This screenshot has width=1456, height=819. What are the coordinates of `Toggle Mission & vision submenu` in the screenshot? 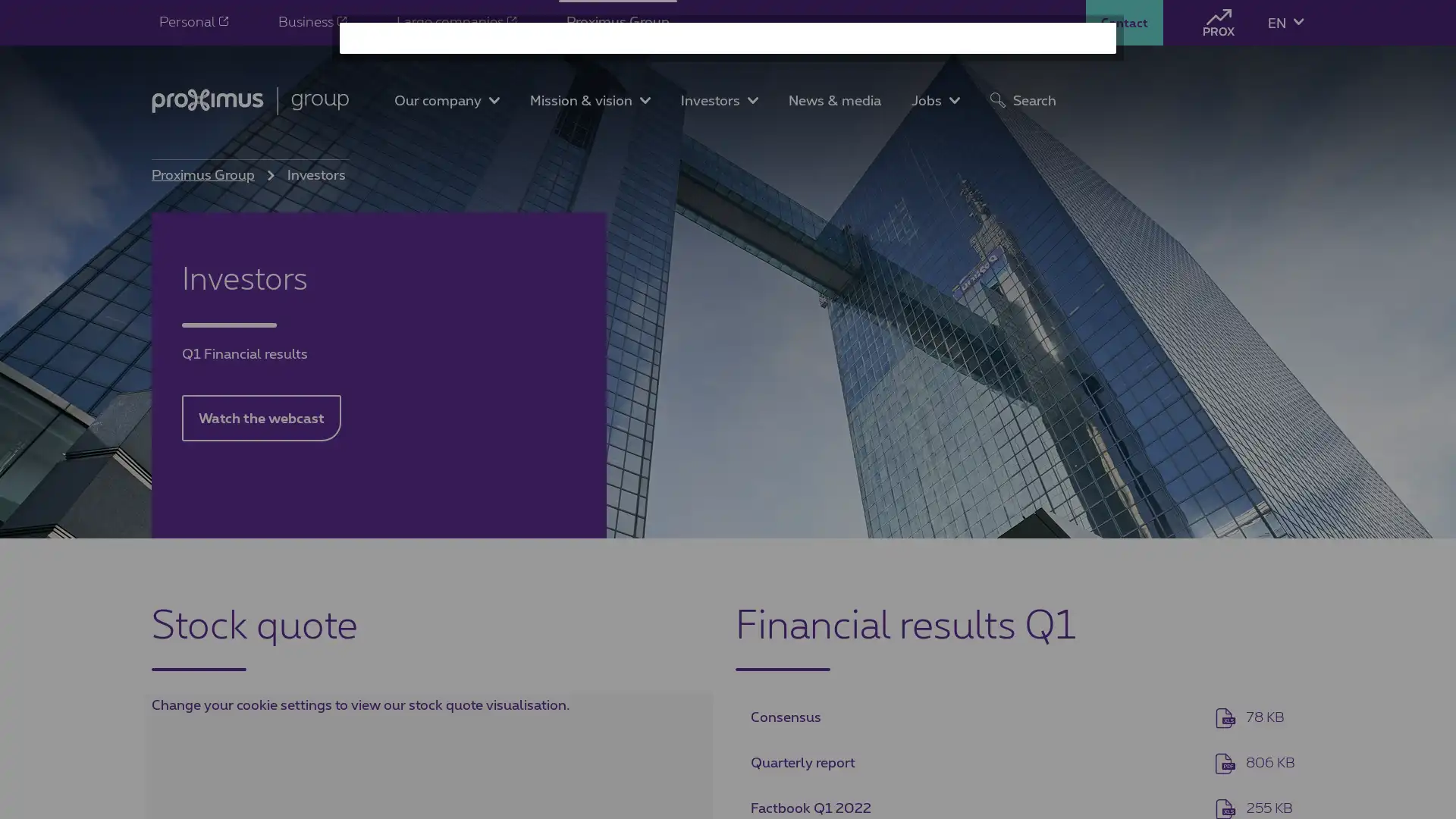 It's located at (589, 100).